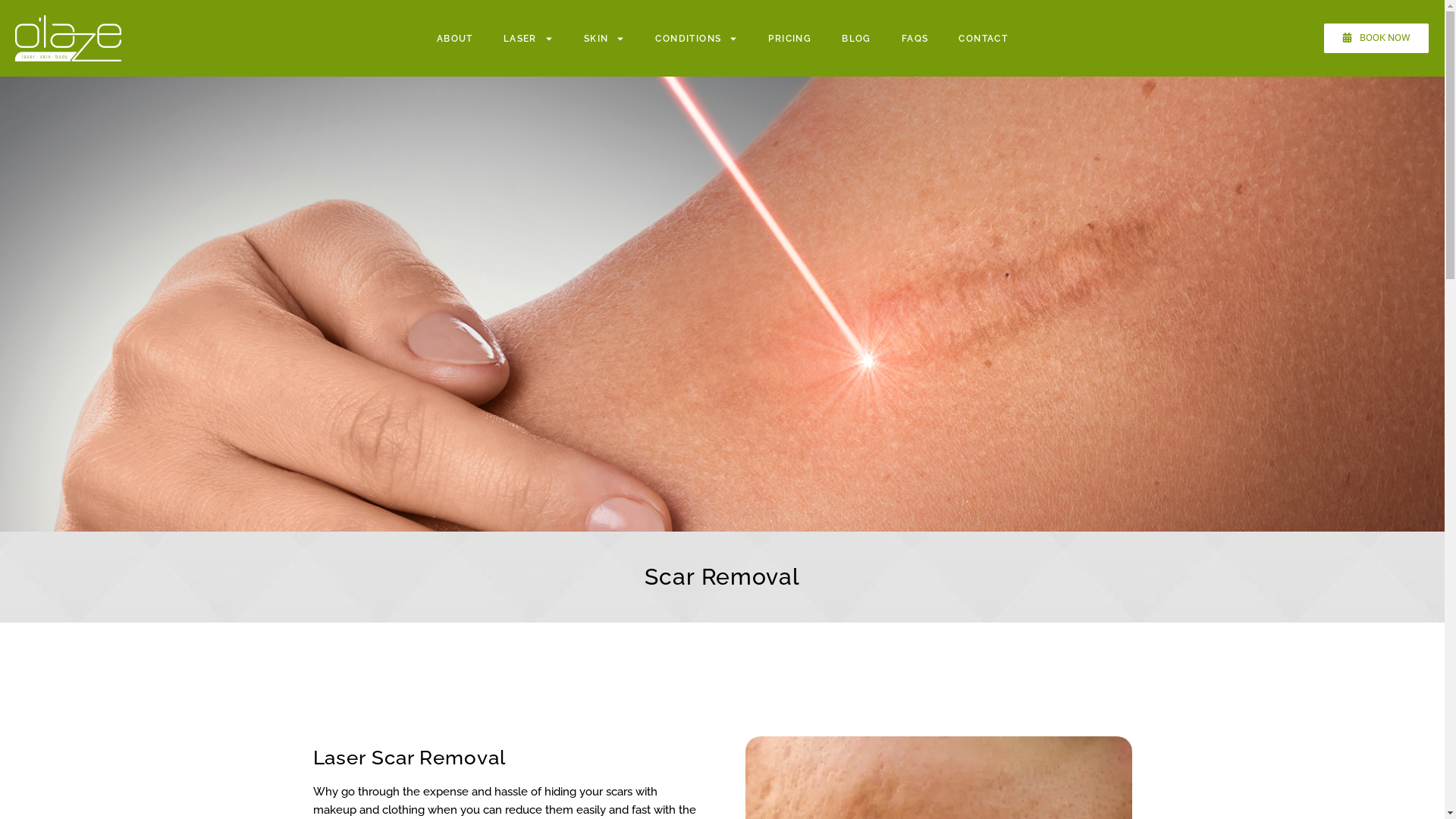  I want to click on 'ABOUT', so click(454, 37).